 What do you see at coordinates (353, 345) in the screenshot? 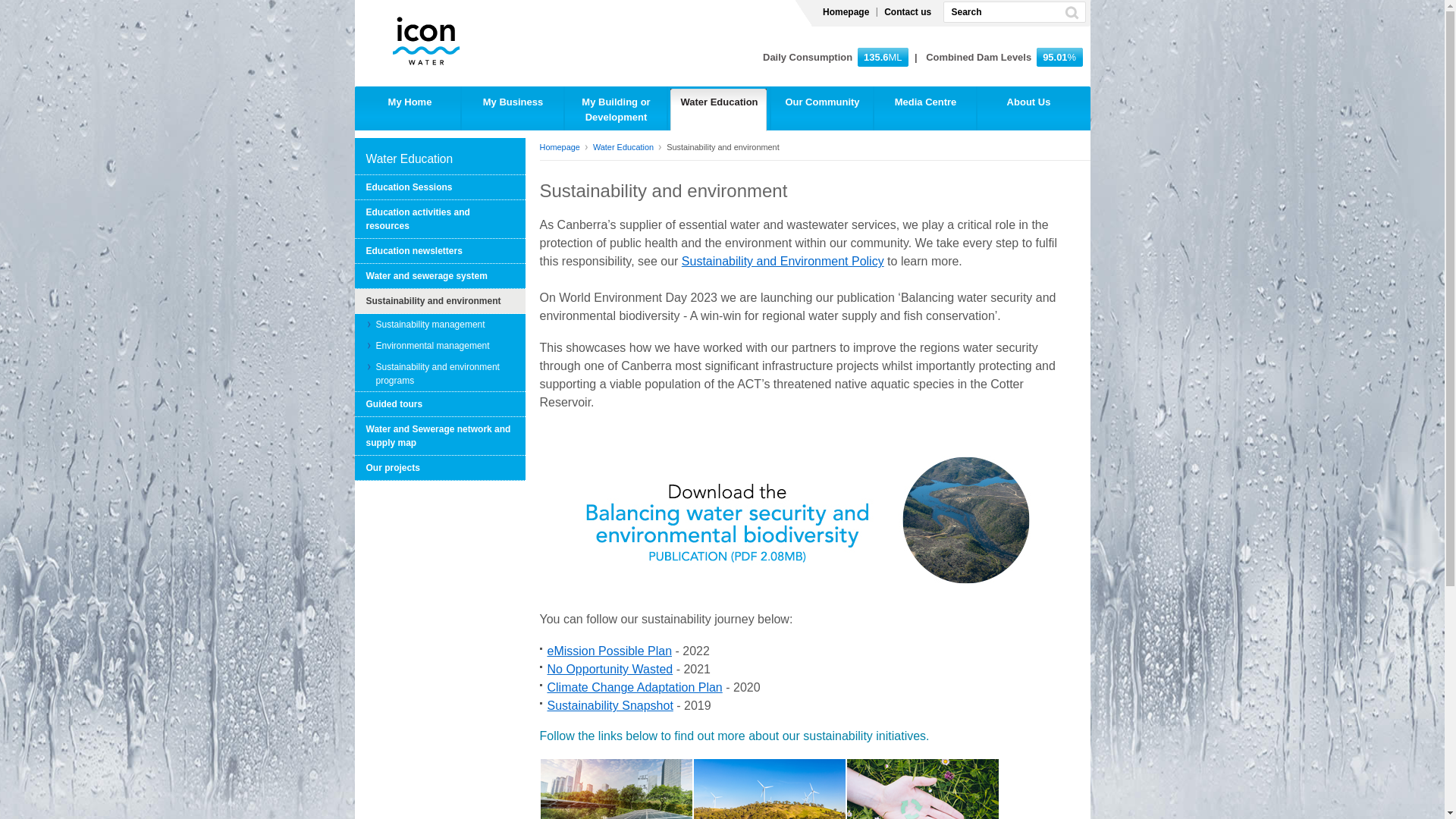
I see `'Environmental management'` at bounding box center [353, 345].